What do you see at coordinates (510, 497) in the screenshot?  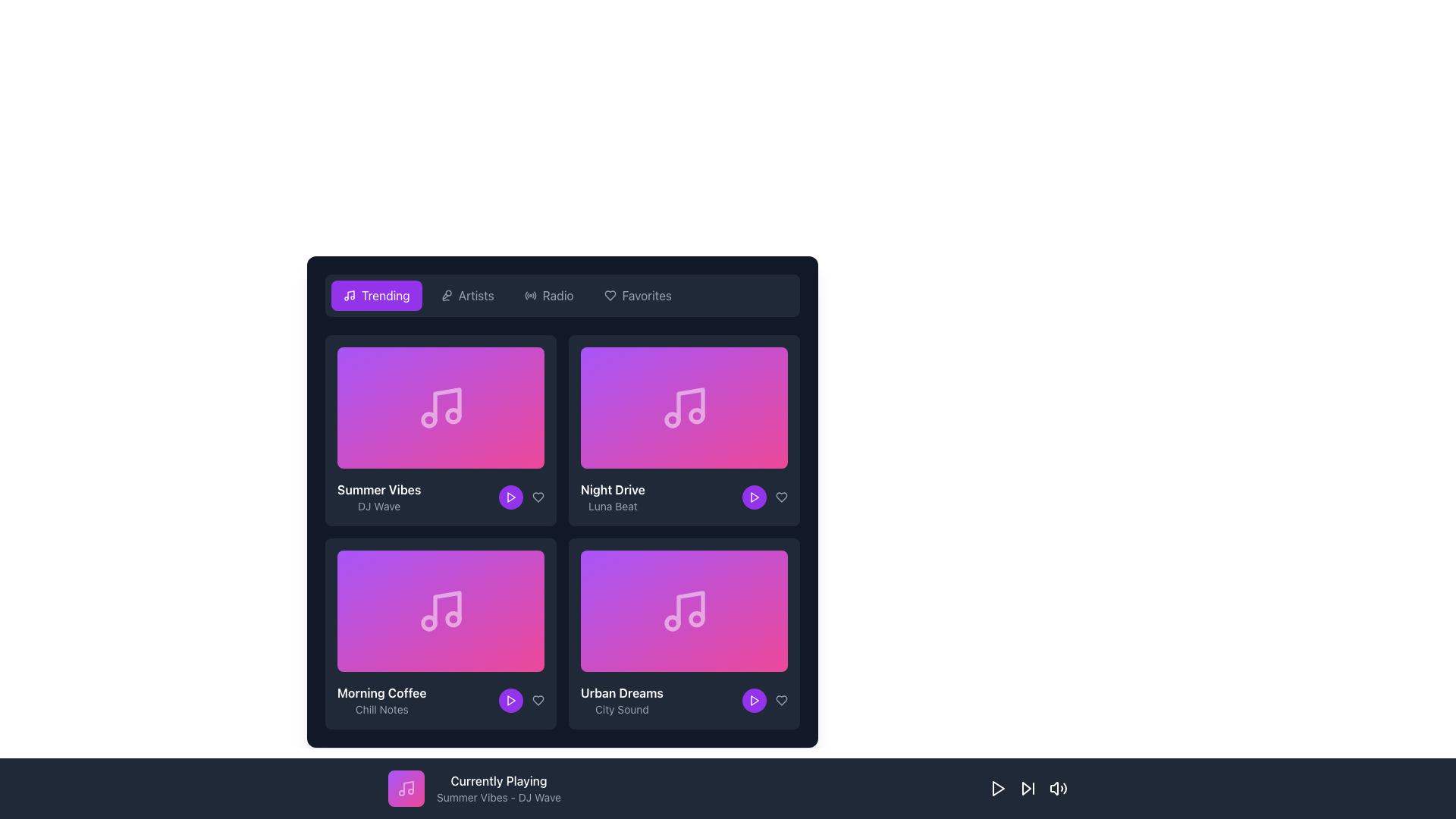 I see `the Circular button with an embedded play icon located at the bottom-right corner of the 'Summer Vibes' card` at bounding box center [510, 497].